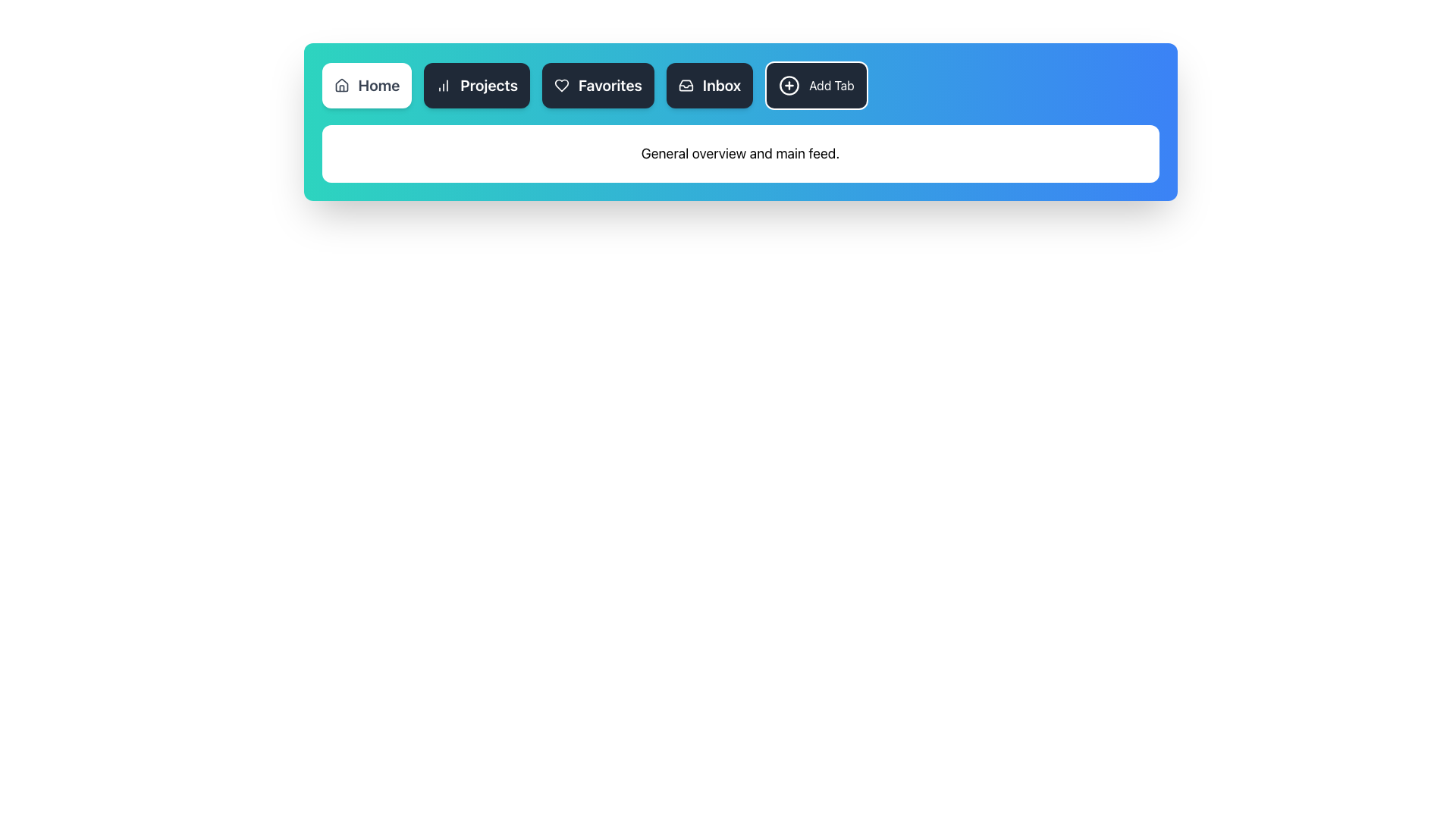 The height and width of the screenshot is (819, 1456). I want to click on text from the 'Inbox' text label, which is a bold, larger white font on a dark background located in the navigation bar, so click(721, 85).